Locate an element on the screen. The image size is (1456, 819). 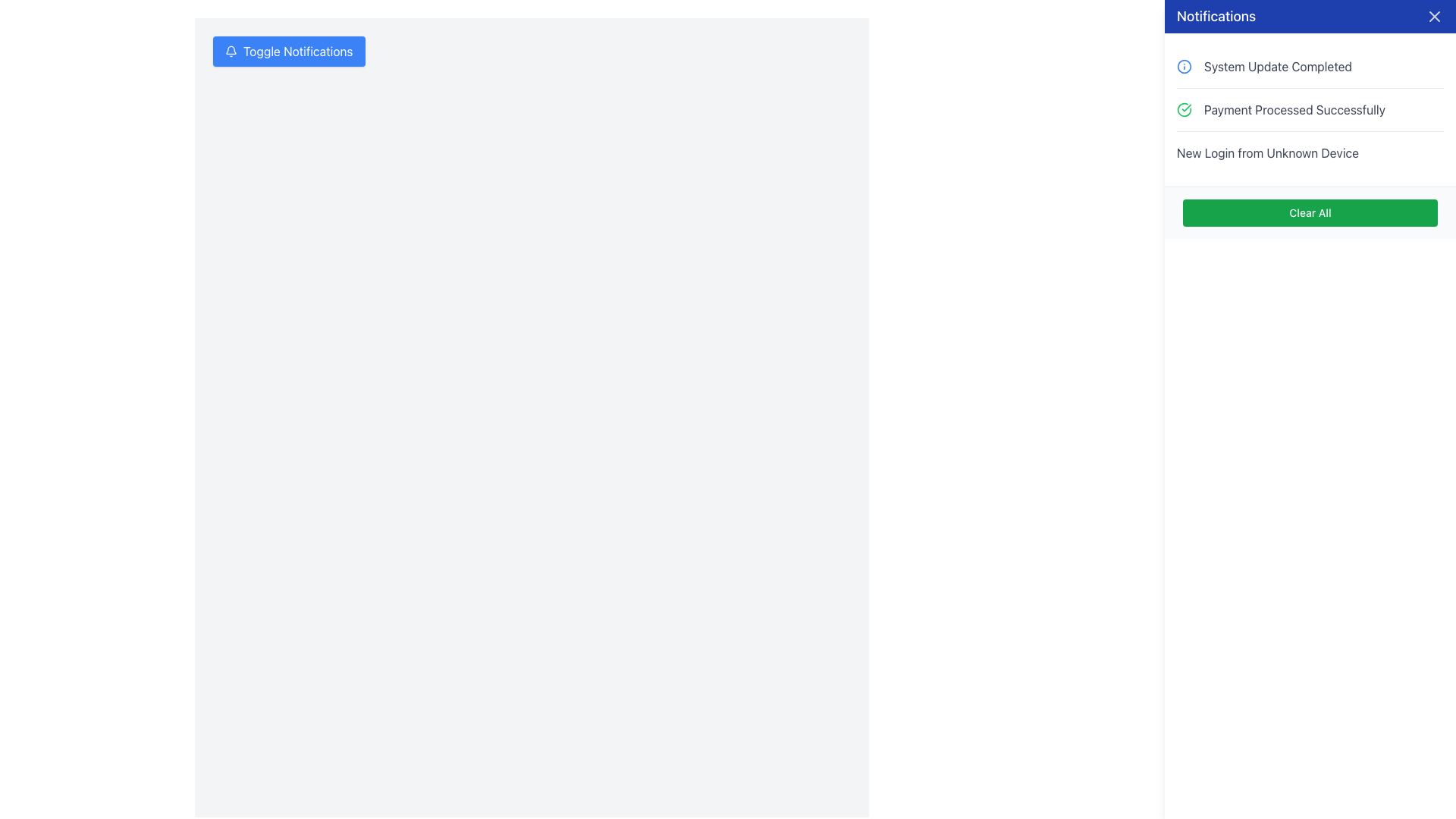
the notification icon representing the 'Toggle Notifications' button, which is located to the left of the 'Toggle Notifications' text is located at coordinates (231, 51).